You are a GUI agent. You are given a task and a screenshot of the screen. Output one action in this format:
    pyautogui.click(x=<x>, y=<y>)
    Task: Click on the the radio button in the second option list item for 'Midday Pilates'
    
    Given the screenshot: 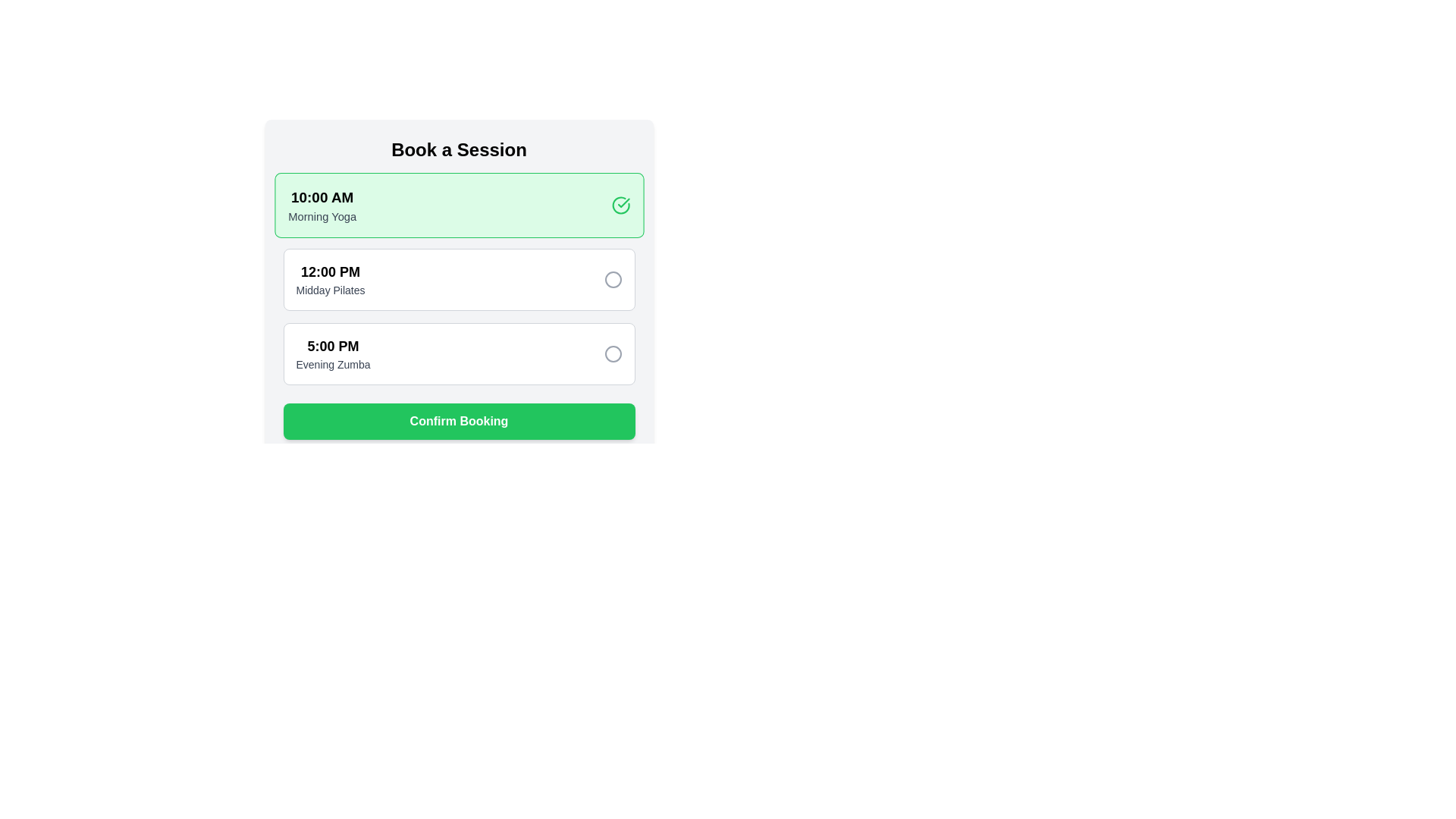 What is the action you would take?
    pyautogui.click(x=458, y=280)
    